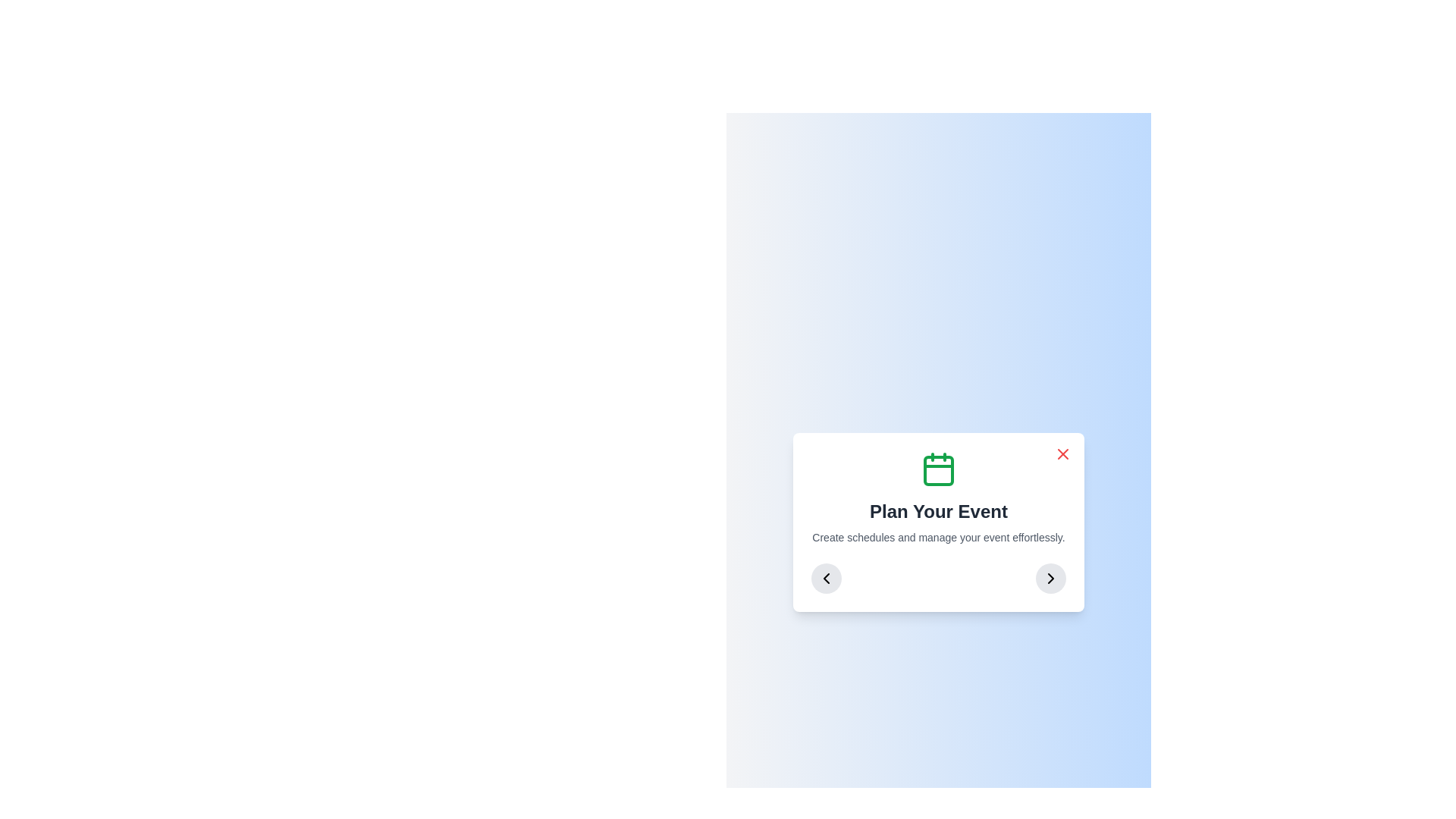 This screenshot has width=1456, height=819. Describe the element at coordinates (825, 579) in the screenshot. I see `the left-pointing chevron navigation icon located within a circular button at the bottom left corner of the white card layout` at that location.